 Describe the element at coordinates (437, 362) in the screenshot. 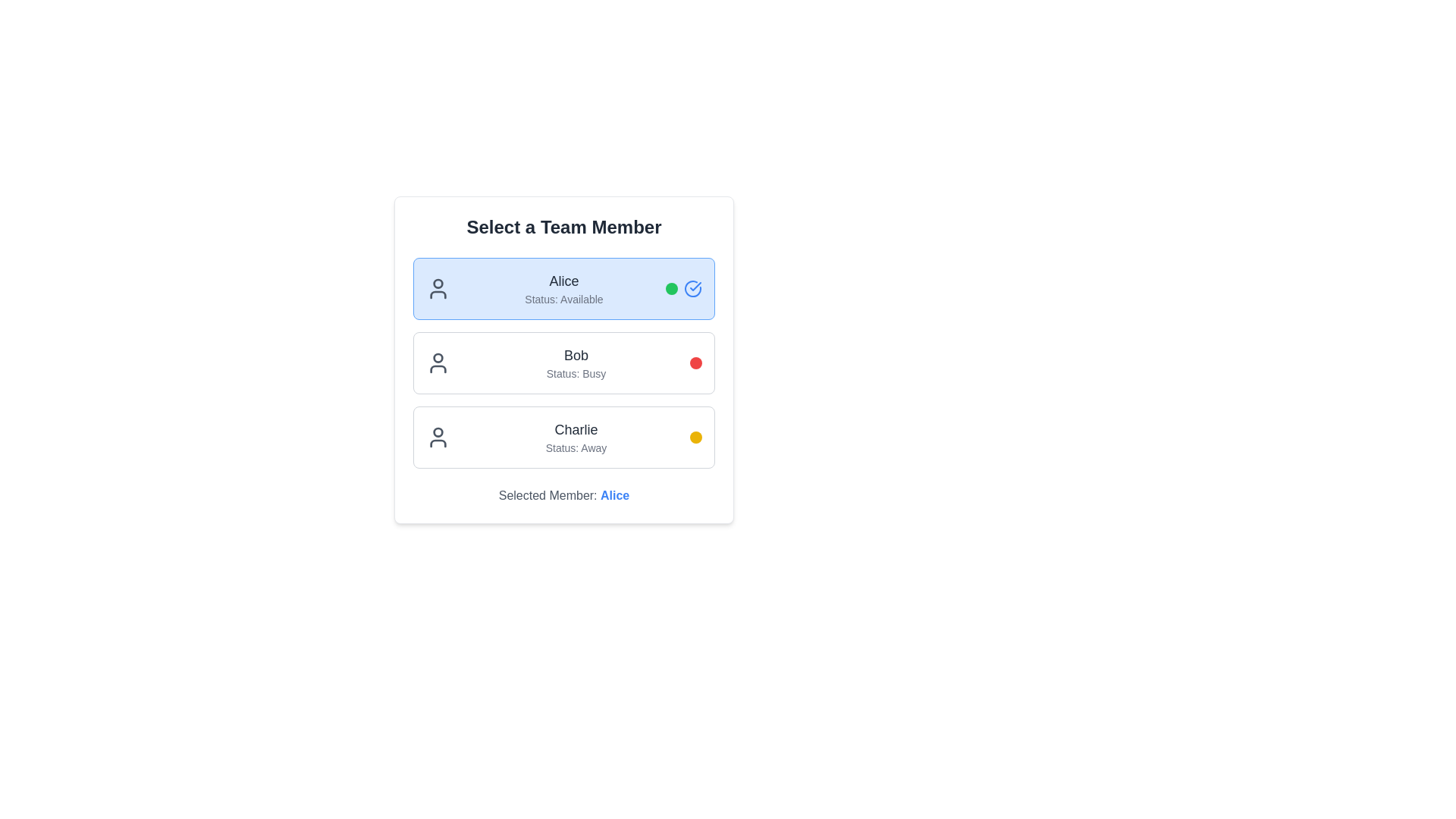

I see `the user profile icon resembling a dark gray circular head with a downward U-shaped body, located before the text 'Bob Status: Busy'` at that location.